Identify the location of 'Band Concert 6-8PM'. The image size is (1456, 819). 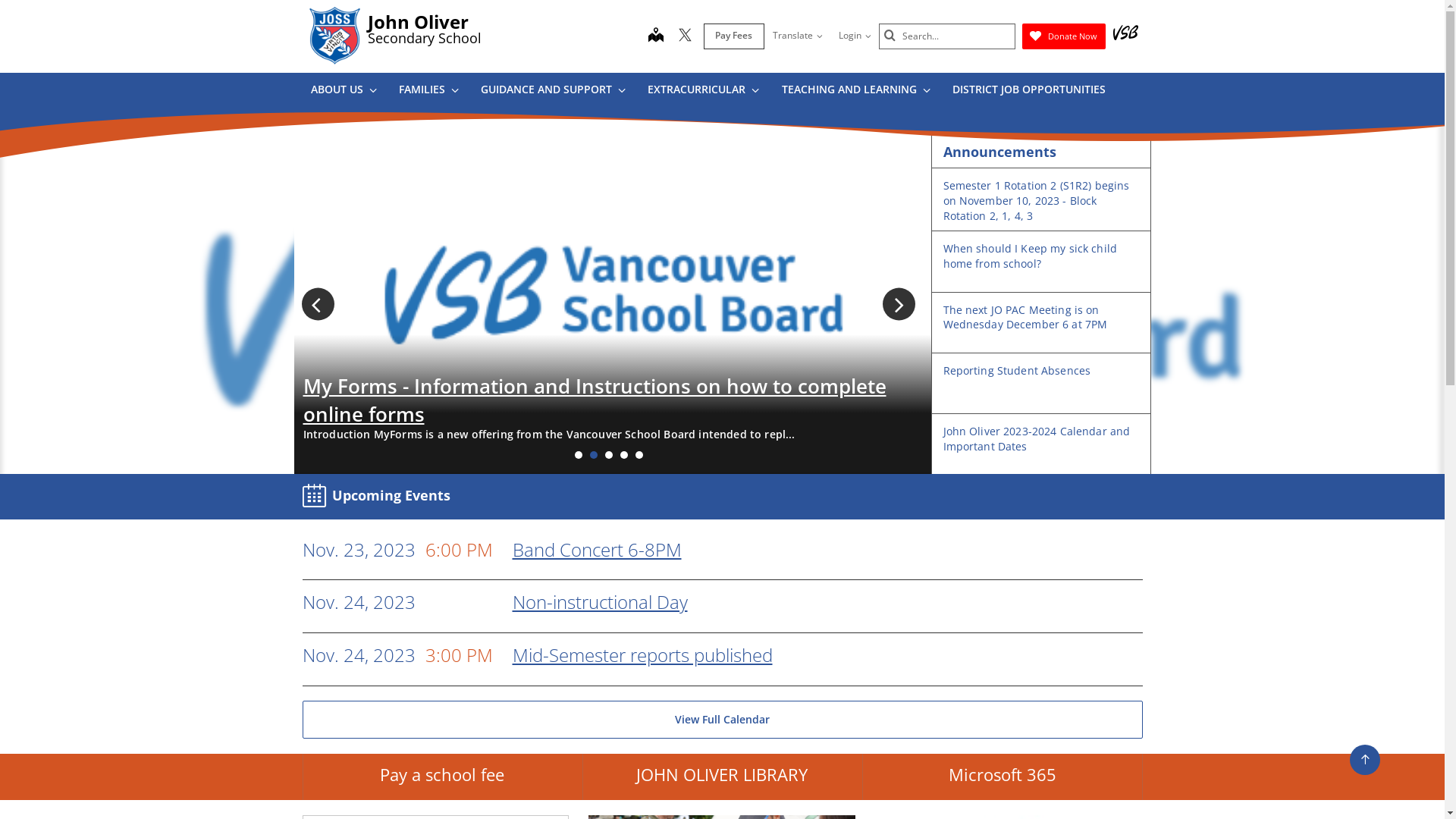
(513, 549).